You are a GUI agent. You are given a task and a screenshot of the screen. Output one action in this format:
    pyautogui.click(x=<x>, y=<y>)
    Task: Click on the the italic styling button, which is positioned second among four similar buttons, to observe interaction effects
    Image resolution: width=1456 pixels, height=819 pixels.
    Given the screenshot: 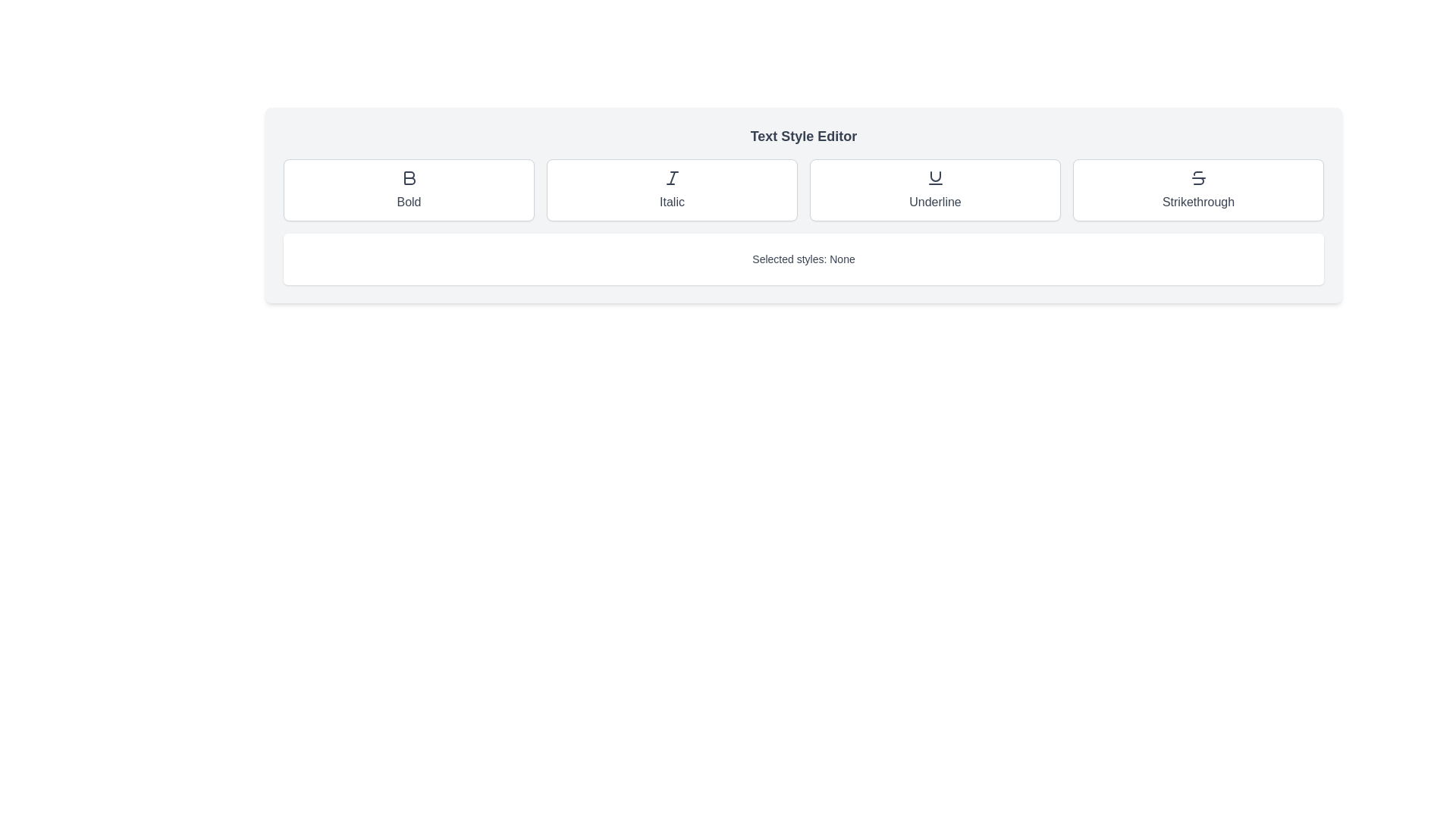 What is the action you would take?
    pyautogui.click(x=671, y=189)
    